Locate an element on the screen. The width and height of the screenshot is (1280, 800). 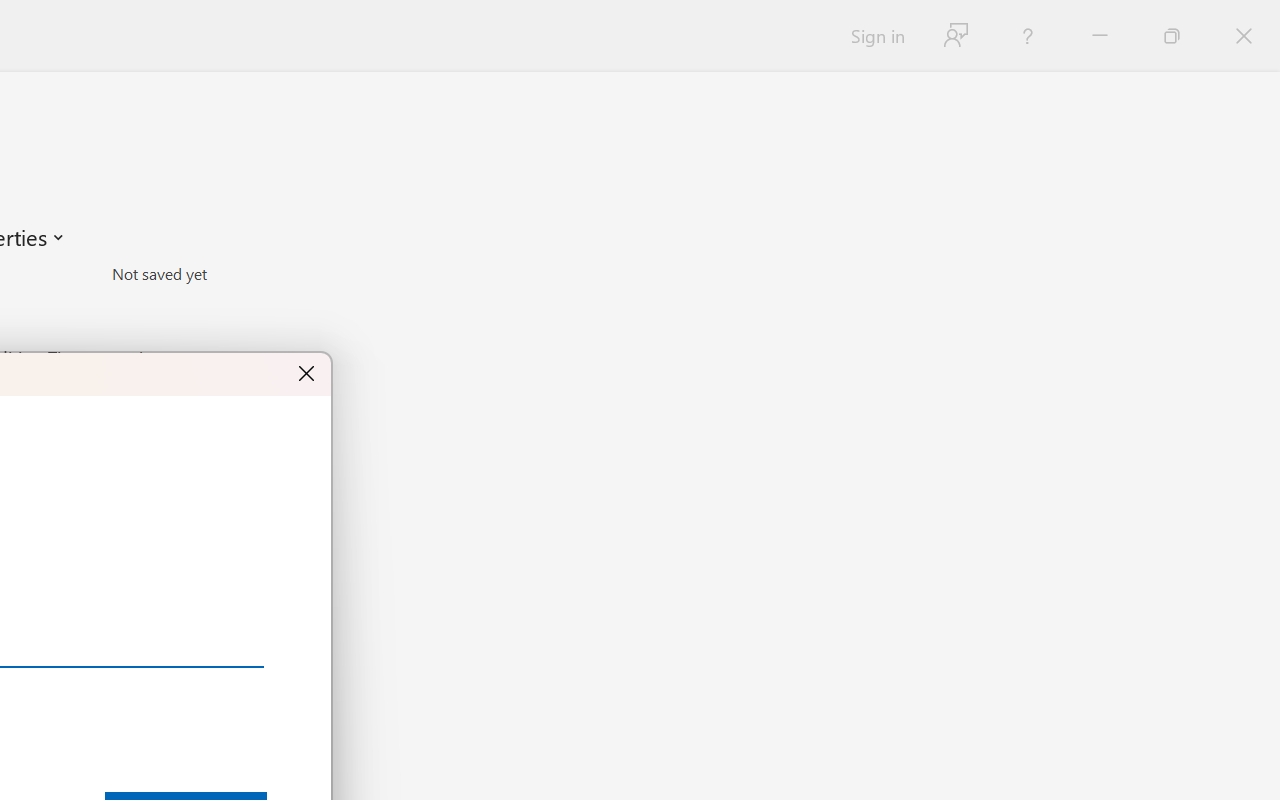
'Sign in' is located at coordinates (876, 34).